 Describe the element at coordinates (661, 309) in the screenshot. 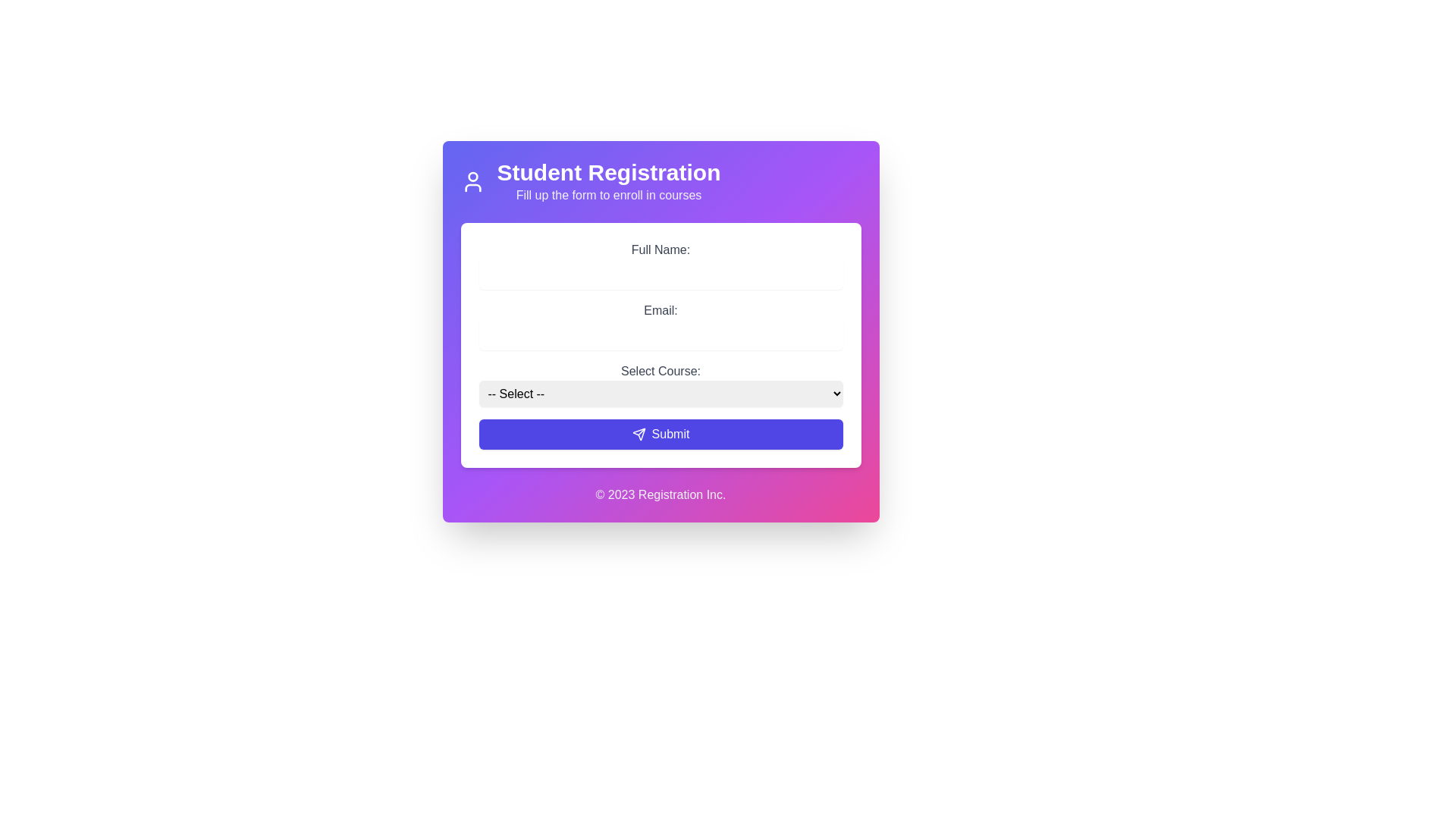

I see `the label that identifies the email input field in the student registration form, which is positioned centrally below the 'Full Name:' field` at that location.